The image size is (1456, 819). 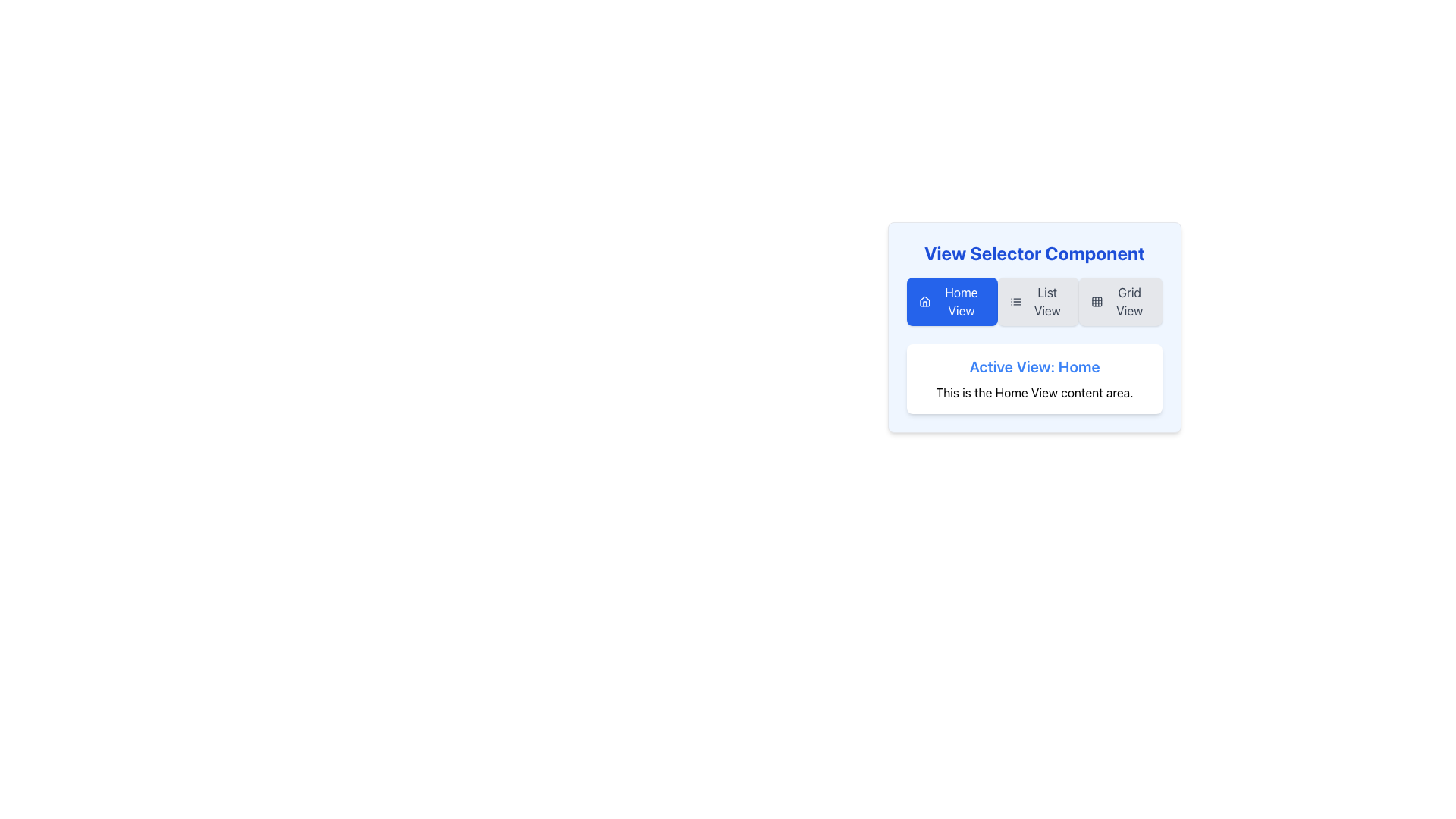 What do you see at coordinates (1034, 378) in the screenshot?
I see `the static display area that shows the current active view name 'Active View: Home' and its description 'This is the Home View content area.'` at bounding box center [1034, 378].